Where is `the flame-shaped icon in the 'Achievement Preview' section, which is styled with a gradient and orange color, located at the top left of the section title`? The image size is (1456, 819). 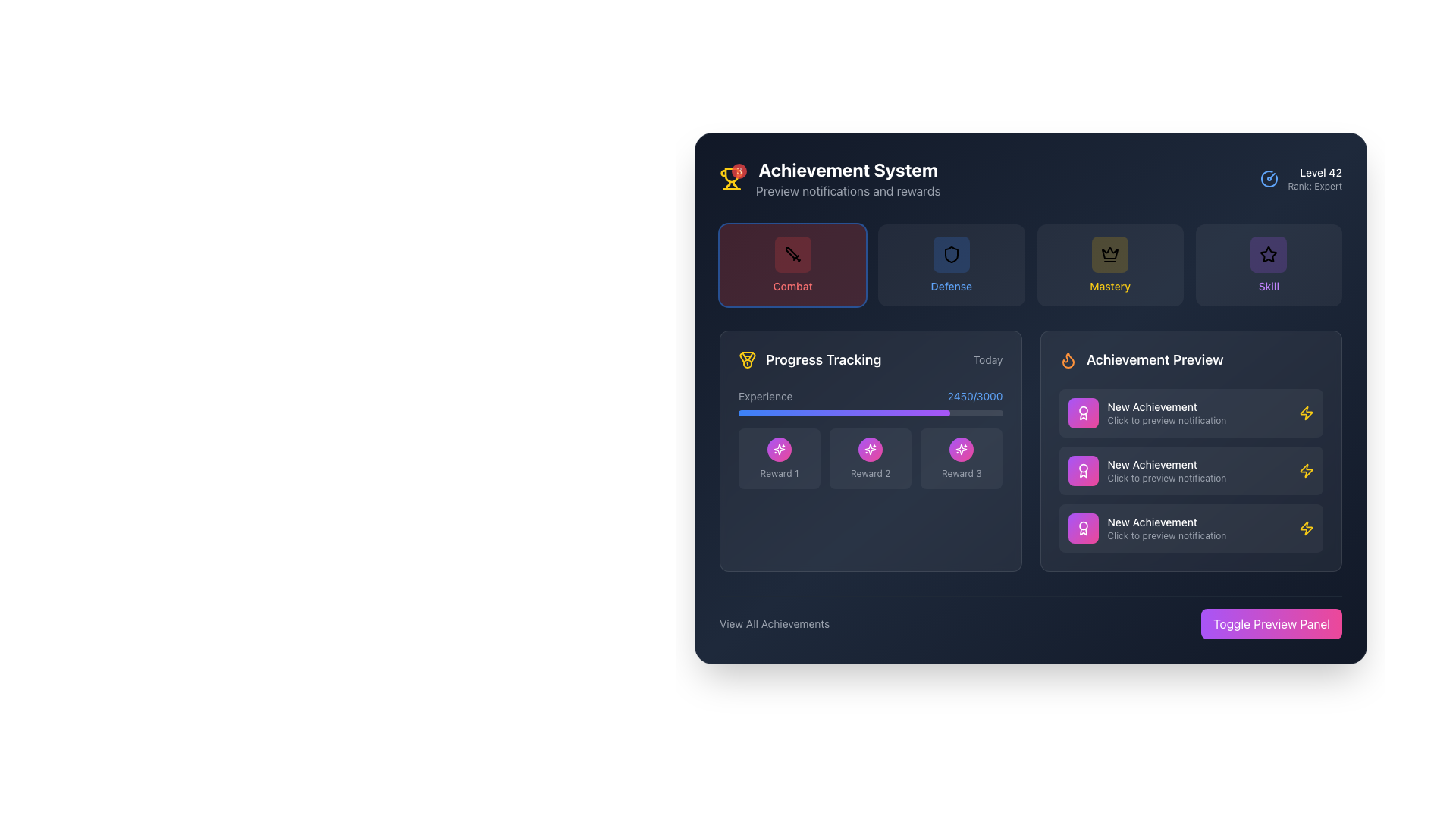 the flame-shaped icon in the 'Achievement Preview' section, which is styled with a gradient and orange color, located at the top left of the section title is located at coordinates (1067, 360).